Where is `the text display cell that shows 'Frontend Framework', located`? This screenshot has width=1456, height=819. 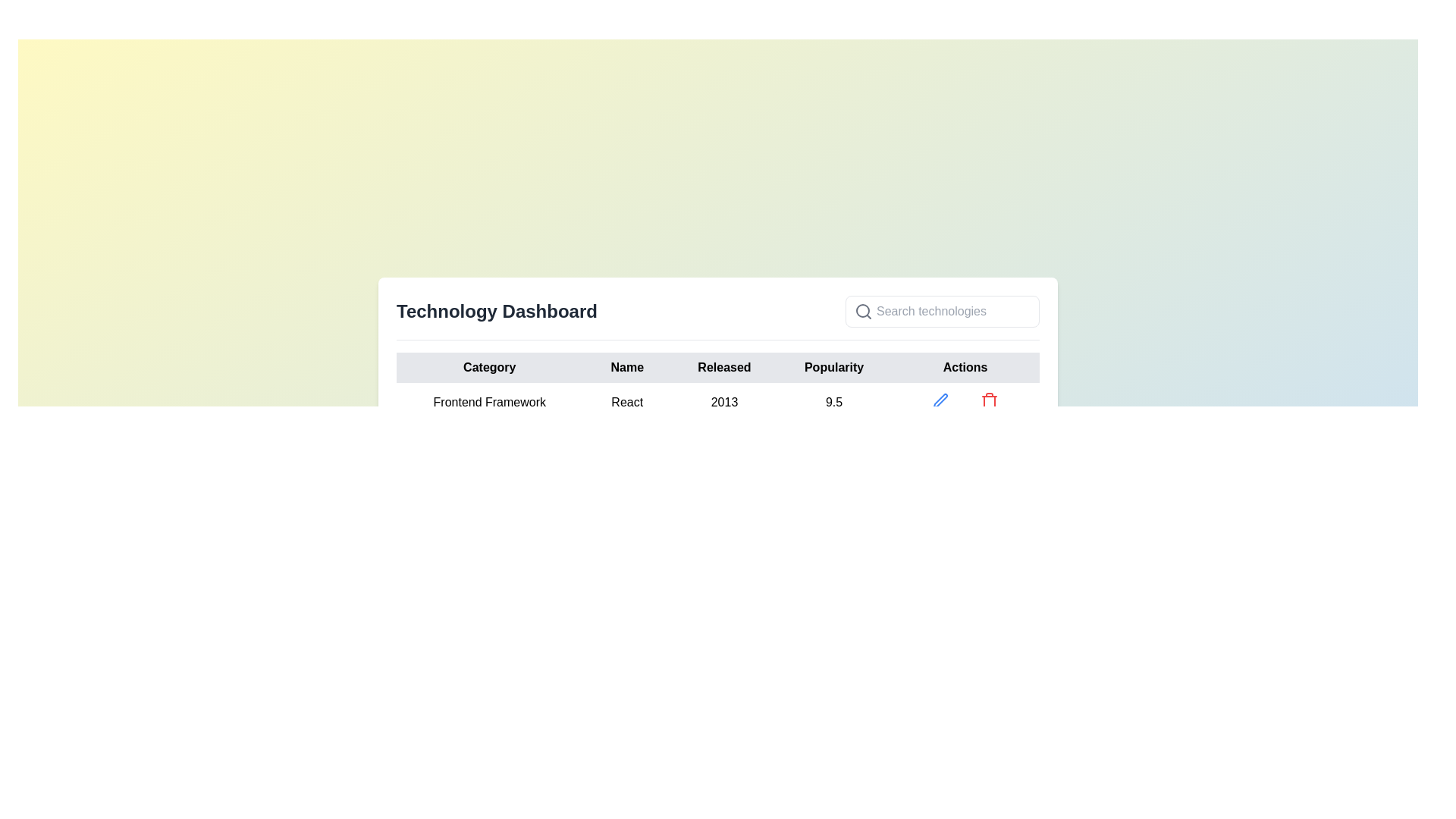 the text display cell that shows 'Frontend Framework', located is located at coordinates (489, 401).